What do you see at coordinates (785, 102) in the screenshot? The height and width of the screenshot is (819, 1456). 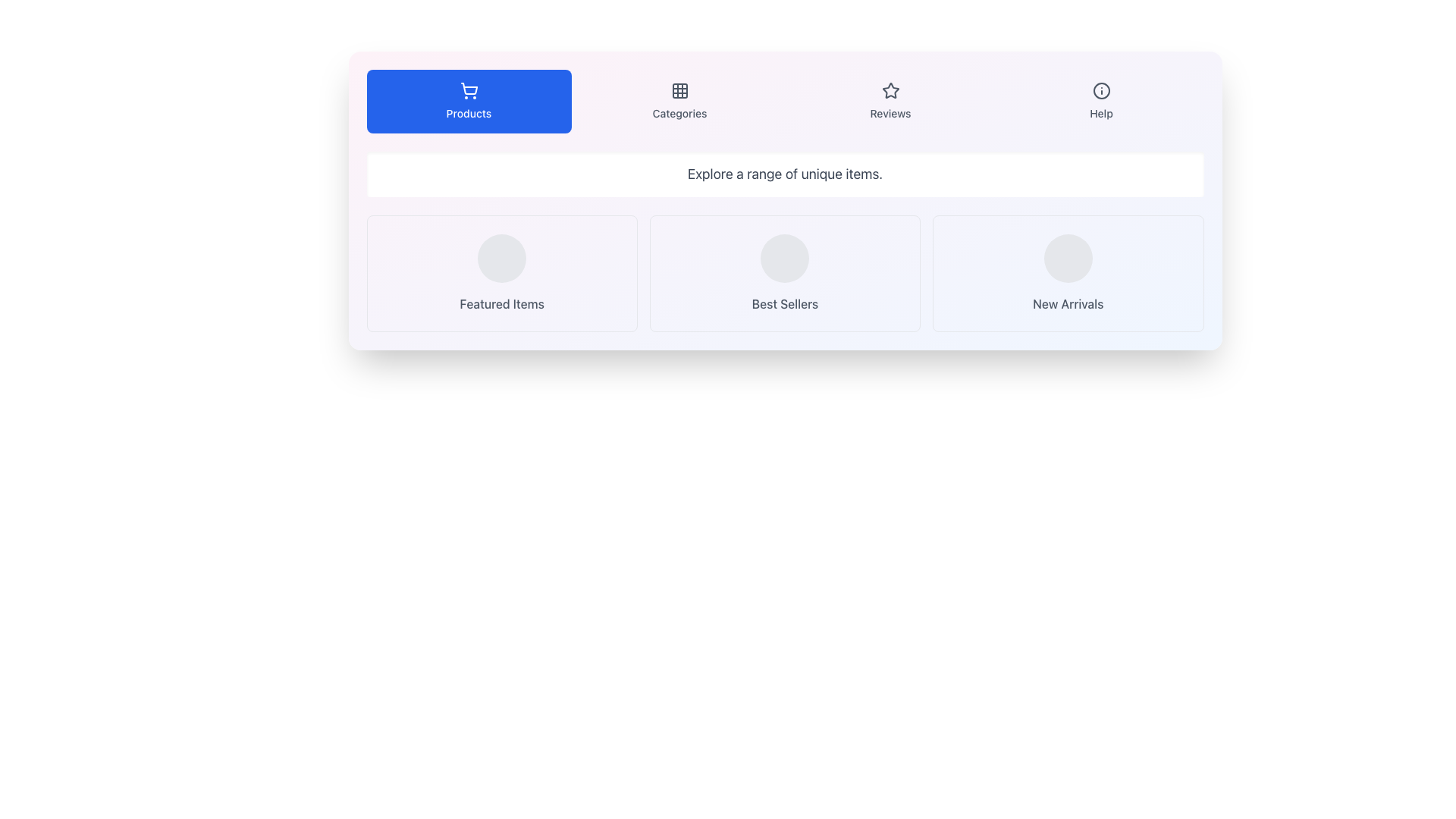 I see `the horizontal navigation bar which features a gradient background transitioning from pink to blue and contains four evenly distributed items with icons and labels` at bounding box center [785, 102].